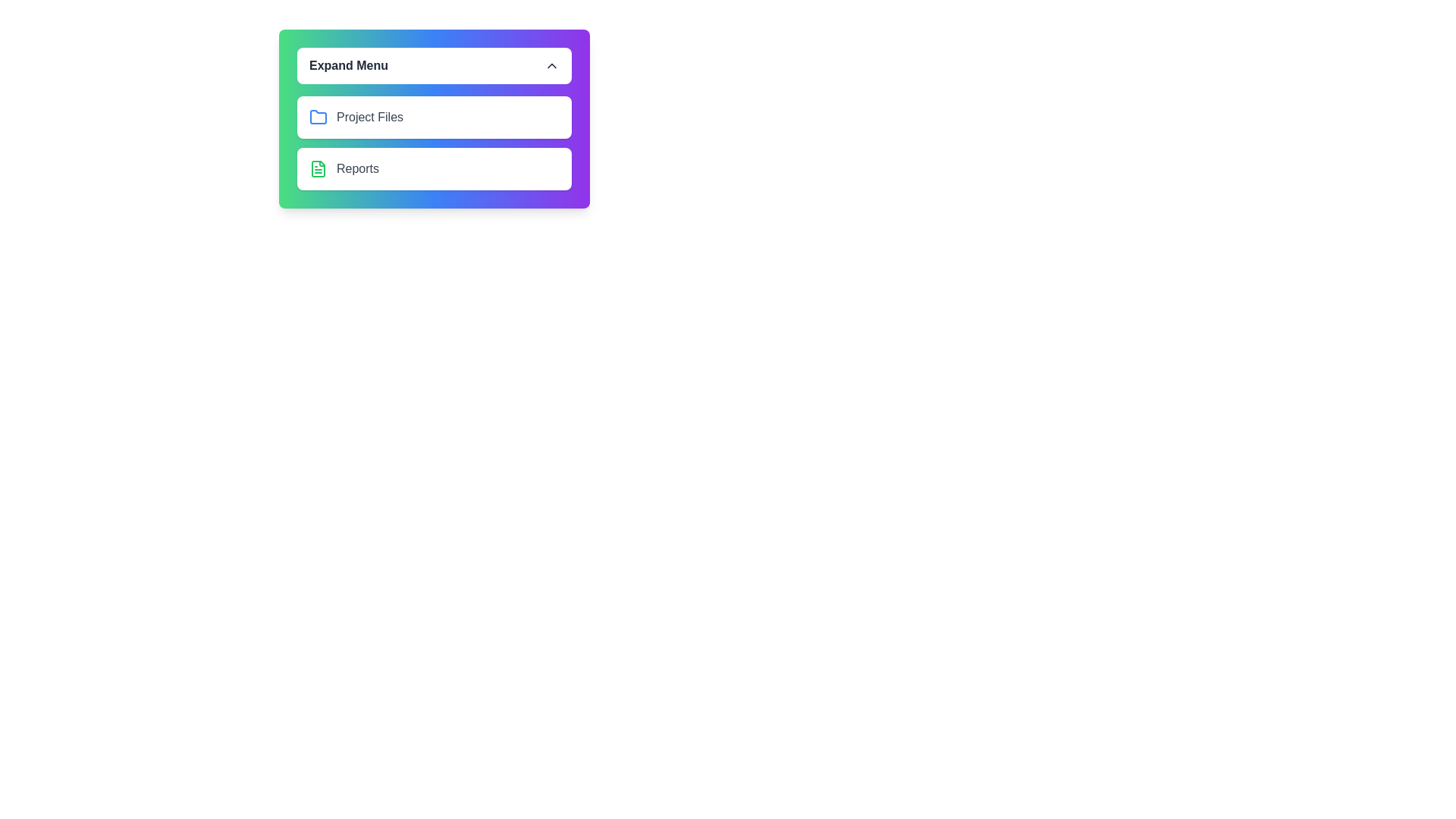 The image size is (1456, 819). What do you see at coordinates (318, 169) in the screenshot?
I see `the icon resembling a document or file with a green outline, located in the menu card under the 'Reports' header` at bounding box center [318, 169].